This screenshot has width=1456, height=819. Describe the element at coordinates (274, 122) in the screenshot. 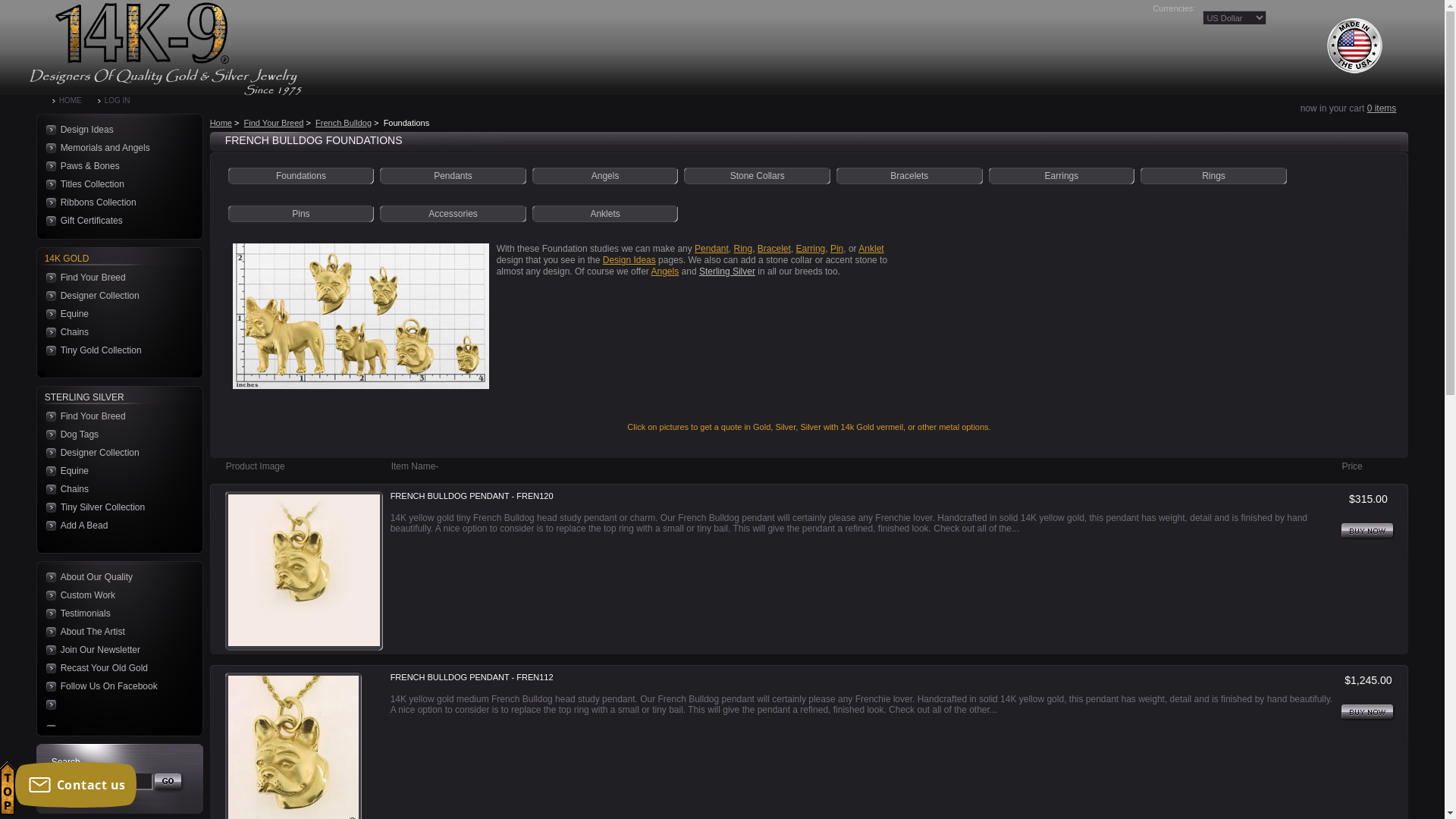

I see `'Find Your Breed'` at that location.